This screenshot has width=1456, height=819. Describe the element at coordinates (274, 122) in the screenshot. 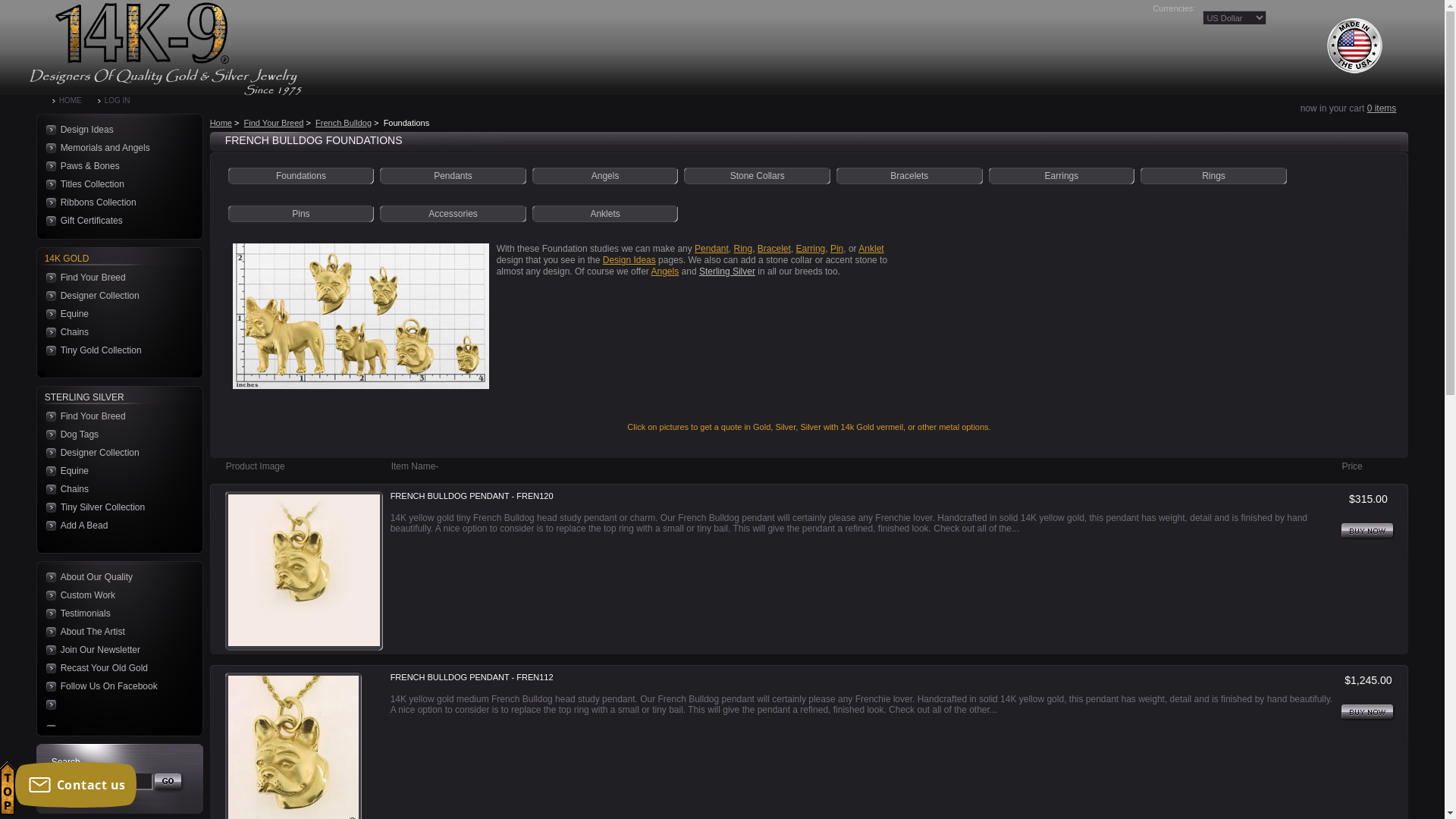

I see `'Find Your Breed'` at that location.